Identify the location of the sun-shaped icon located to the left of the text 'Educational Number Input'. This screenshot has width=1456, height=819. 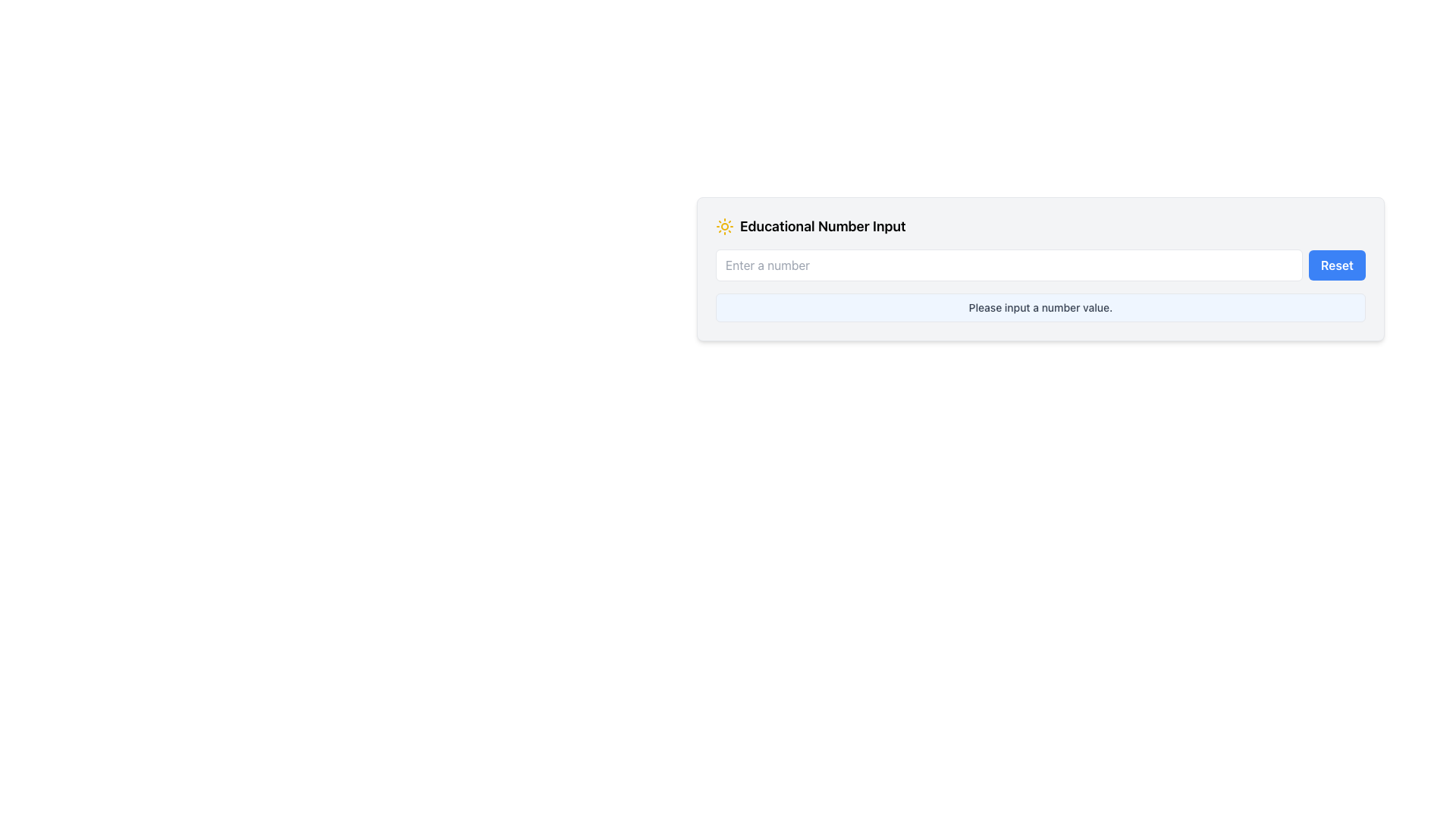
(723, 227).